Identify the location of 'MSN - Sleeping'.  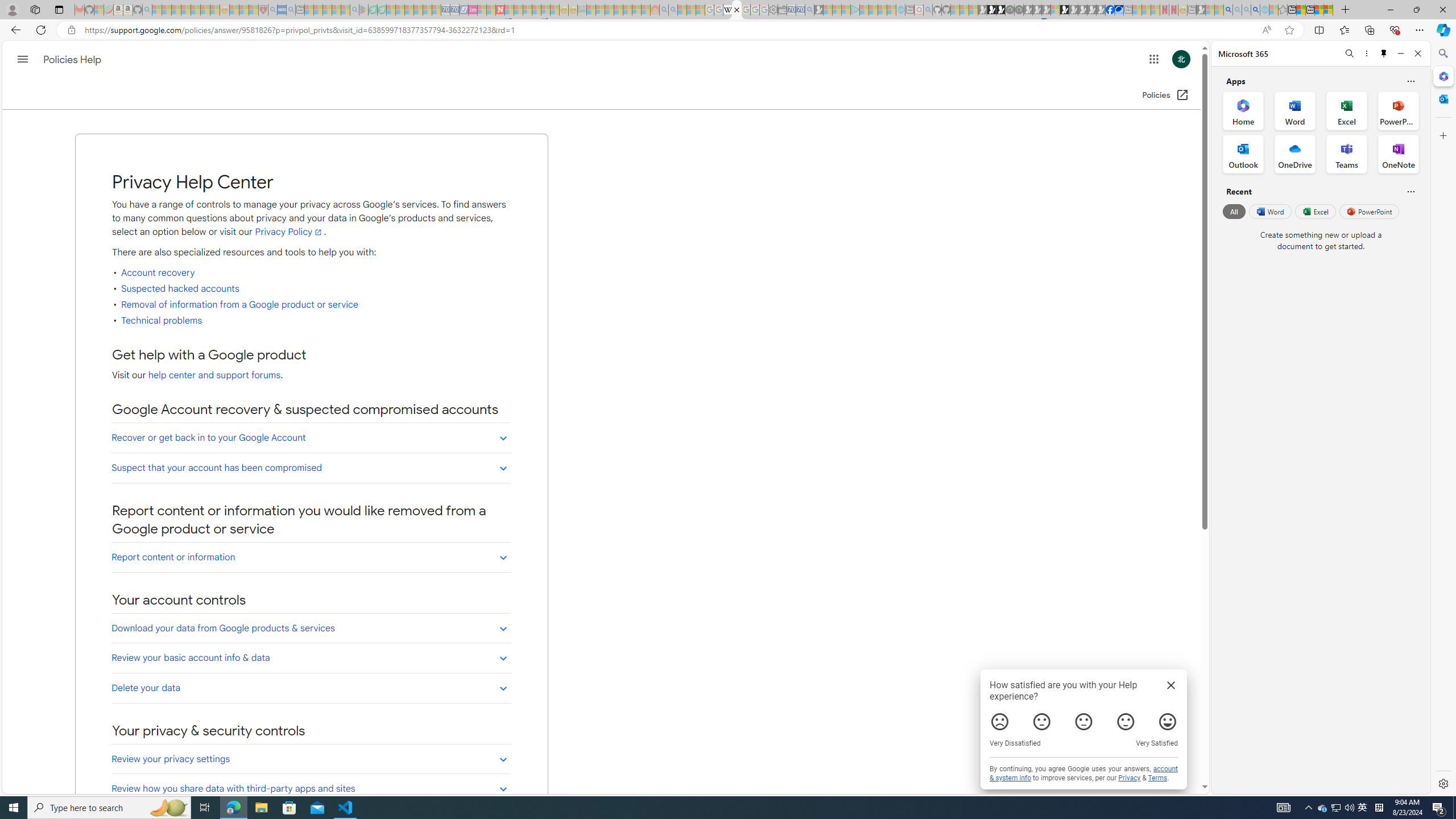
(1199, 9).